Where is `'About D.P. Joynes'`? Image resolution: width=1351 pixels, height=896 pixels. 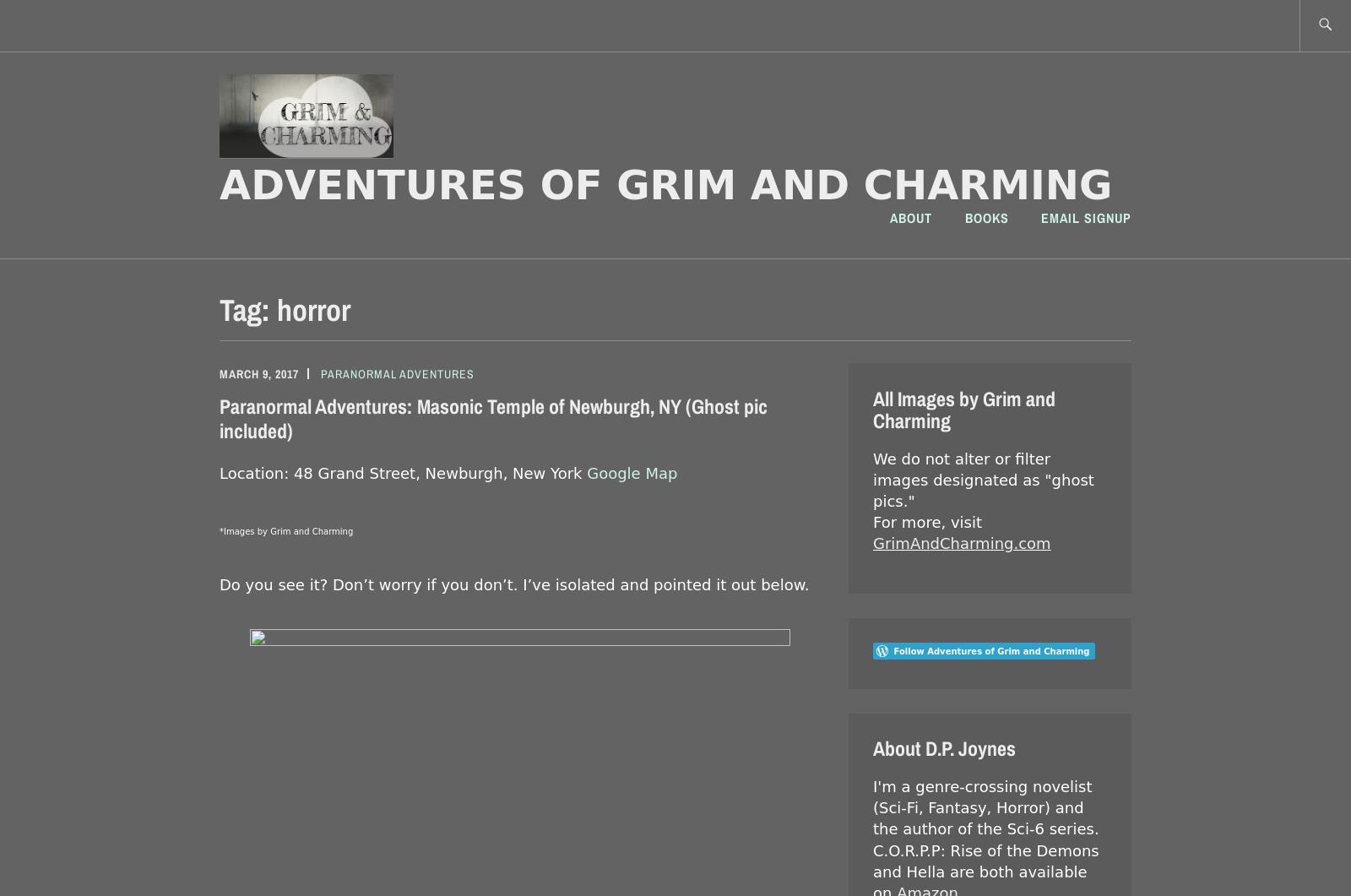
'About D.P. Joynes' is located at coordinates (944, 747).